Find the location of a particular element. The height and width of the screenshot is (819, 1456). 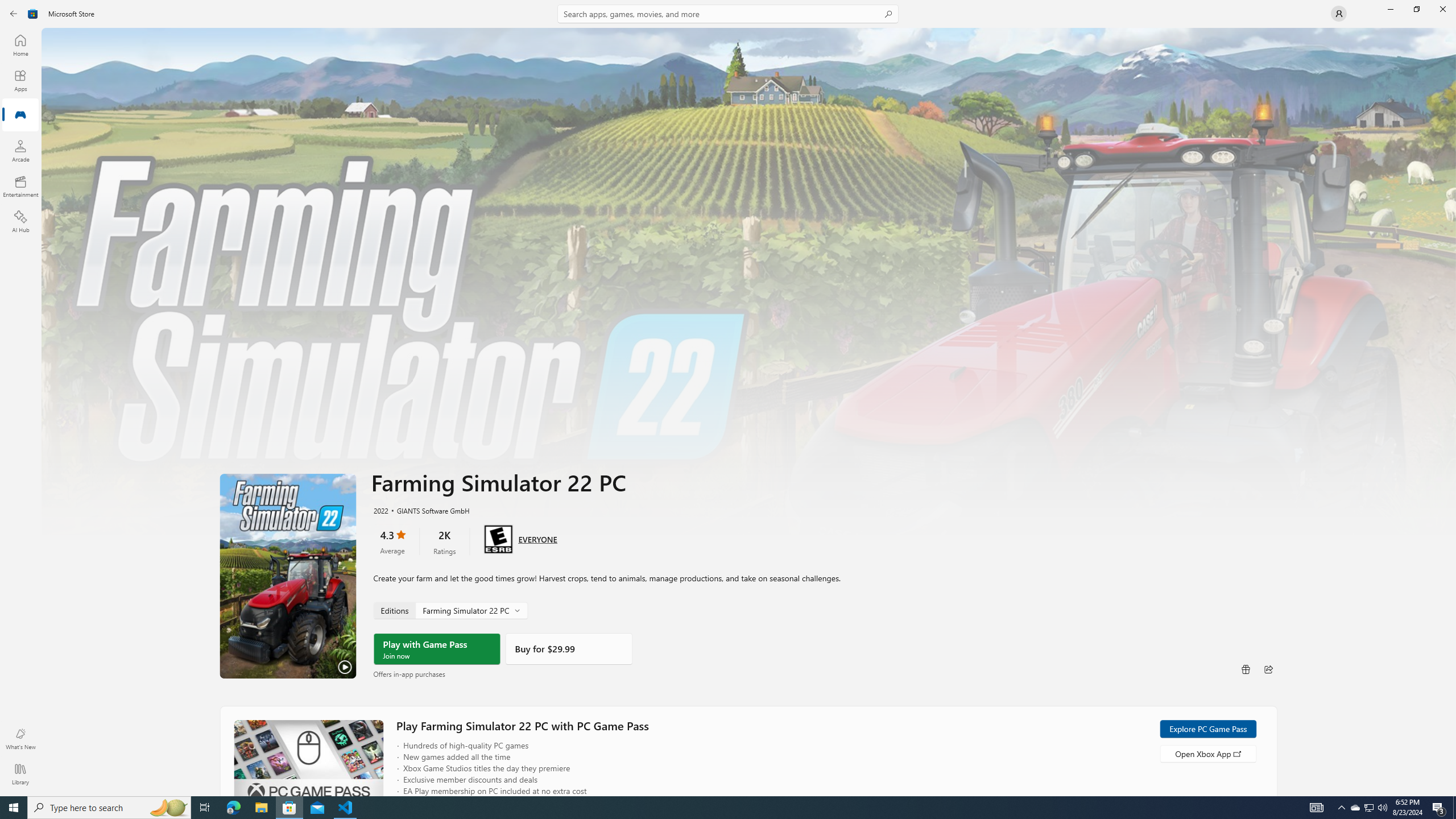

'Back' is located at coordinates (14, 13).